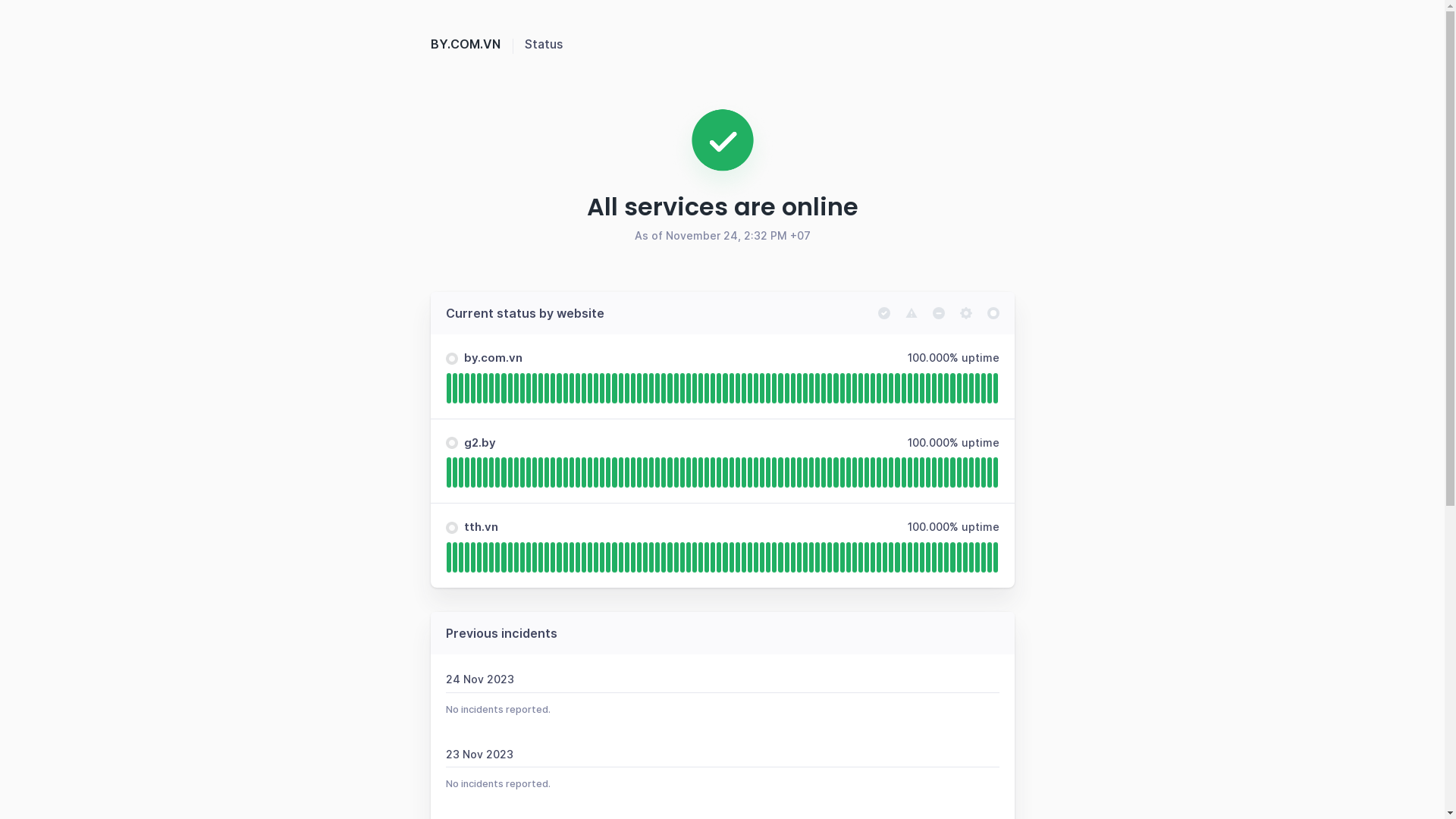 This screenshot has width=1456, height=819. What do you see at coordinates (476, 42) in the screenshot?
I see `'BY.COM.VN'` at bounding box center [476, 42].